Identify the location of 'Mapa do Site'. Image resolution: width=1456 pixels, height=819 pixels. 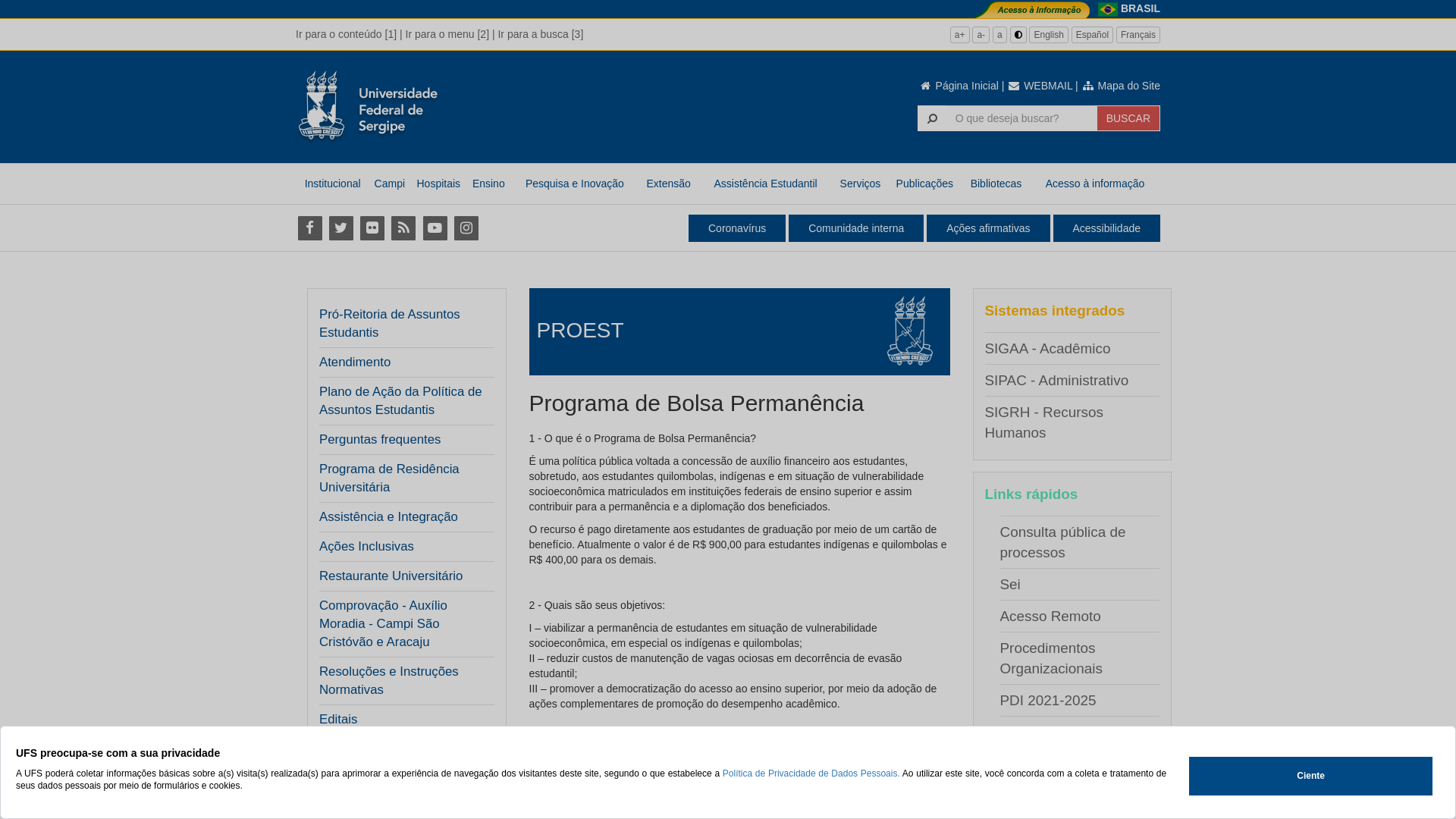
(1121, 85).